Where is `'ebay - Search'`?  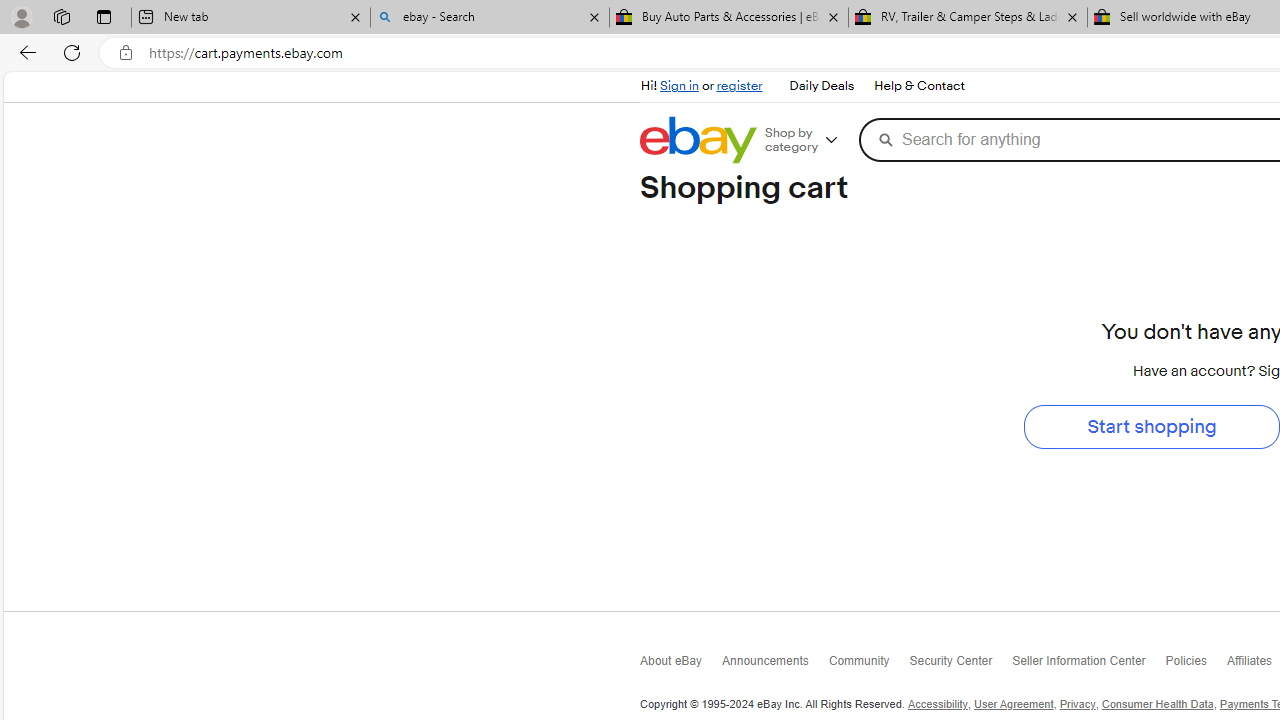 'ebay - Search' is located at coordinates (490, 17).